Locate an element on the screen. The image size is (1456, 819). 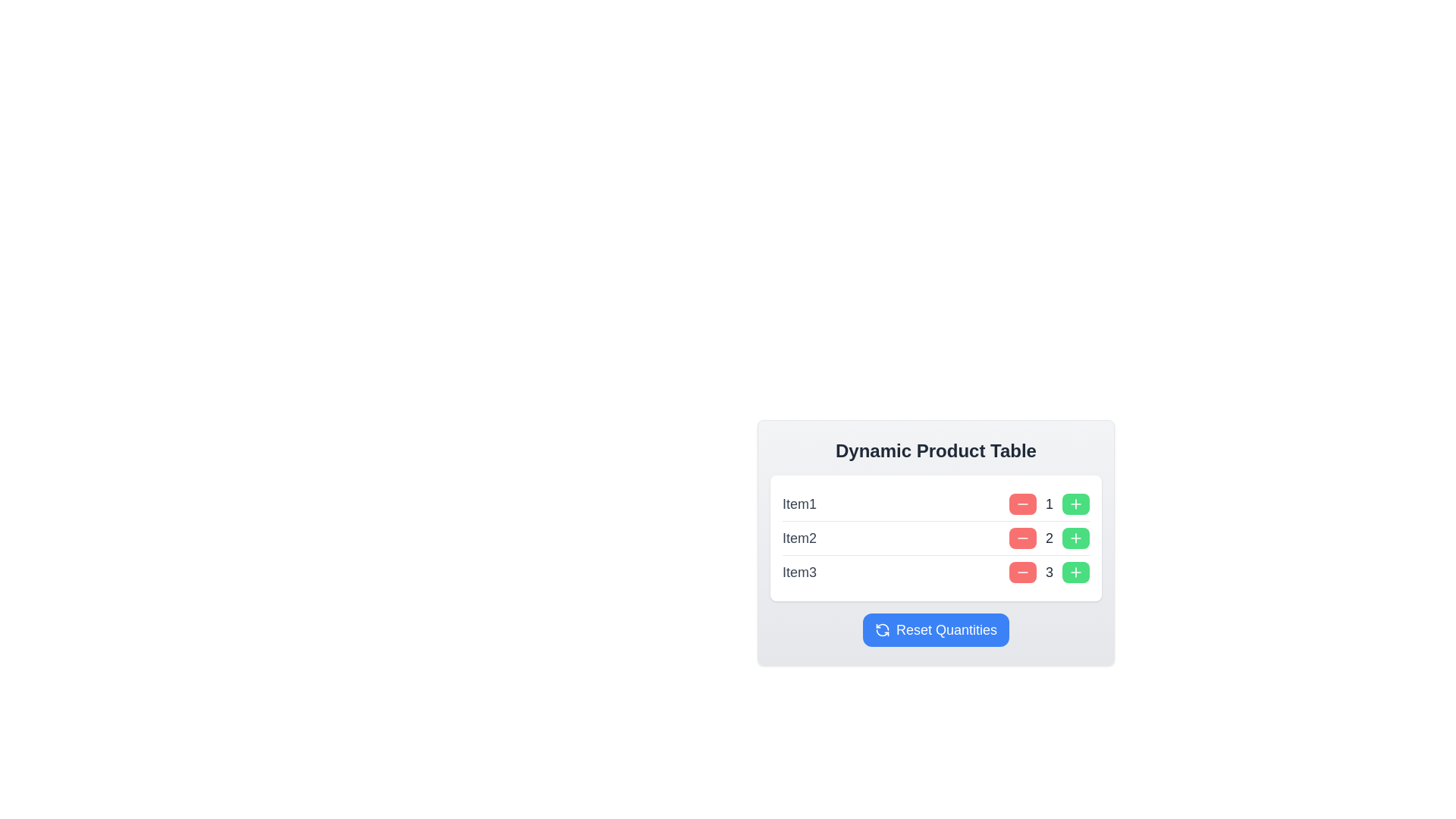
the rectangular button with a blue background and white text reading 'Reset Quantities' to reset values is located at coordinates (935, 629).